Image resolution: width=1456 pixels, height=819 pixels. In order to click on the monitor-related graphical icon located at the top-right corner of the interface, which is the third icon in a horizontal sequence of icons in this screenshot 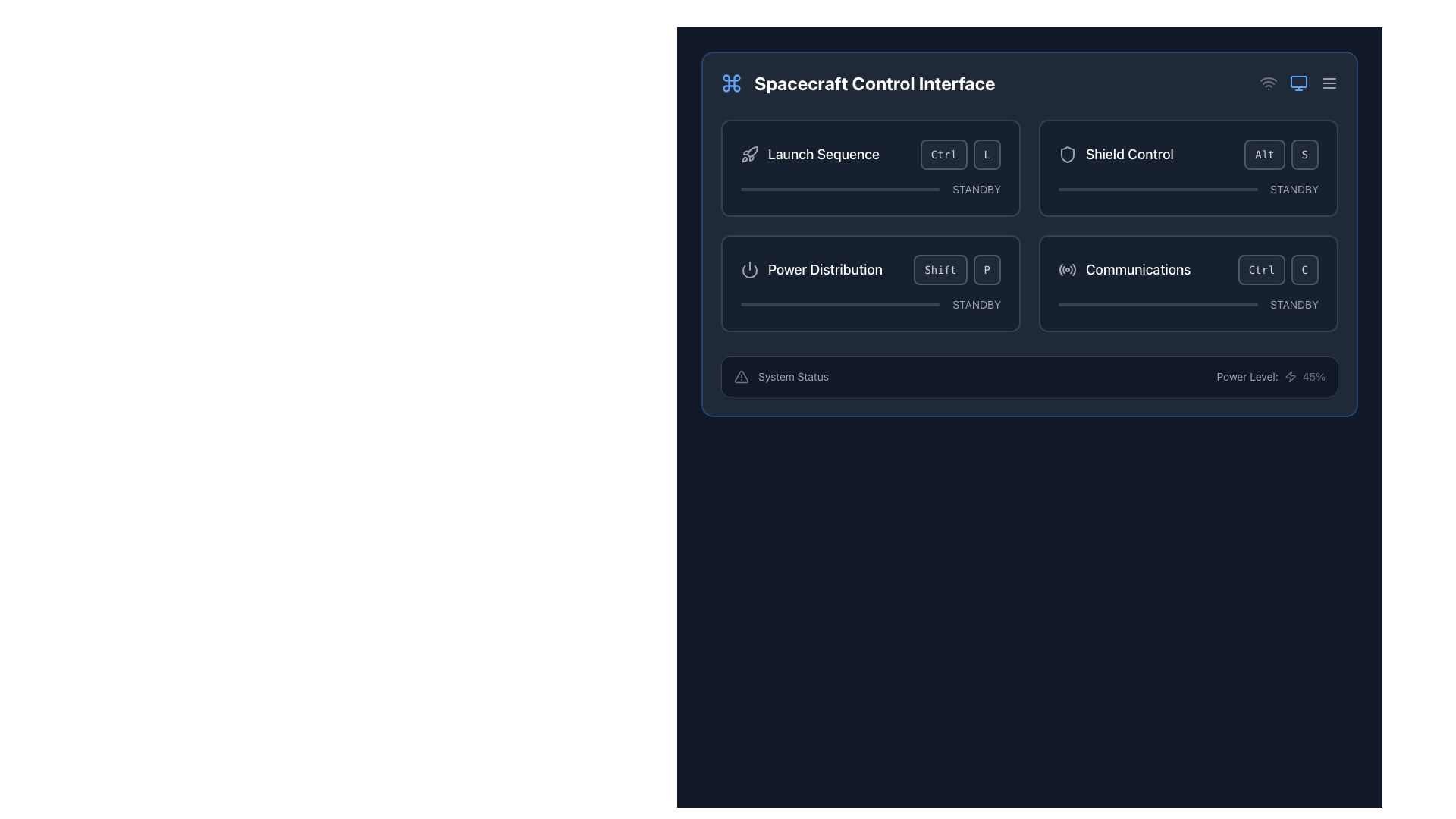, I will do `click(1298, 82)`.